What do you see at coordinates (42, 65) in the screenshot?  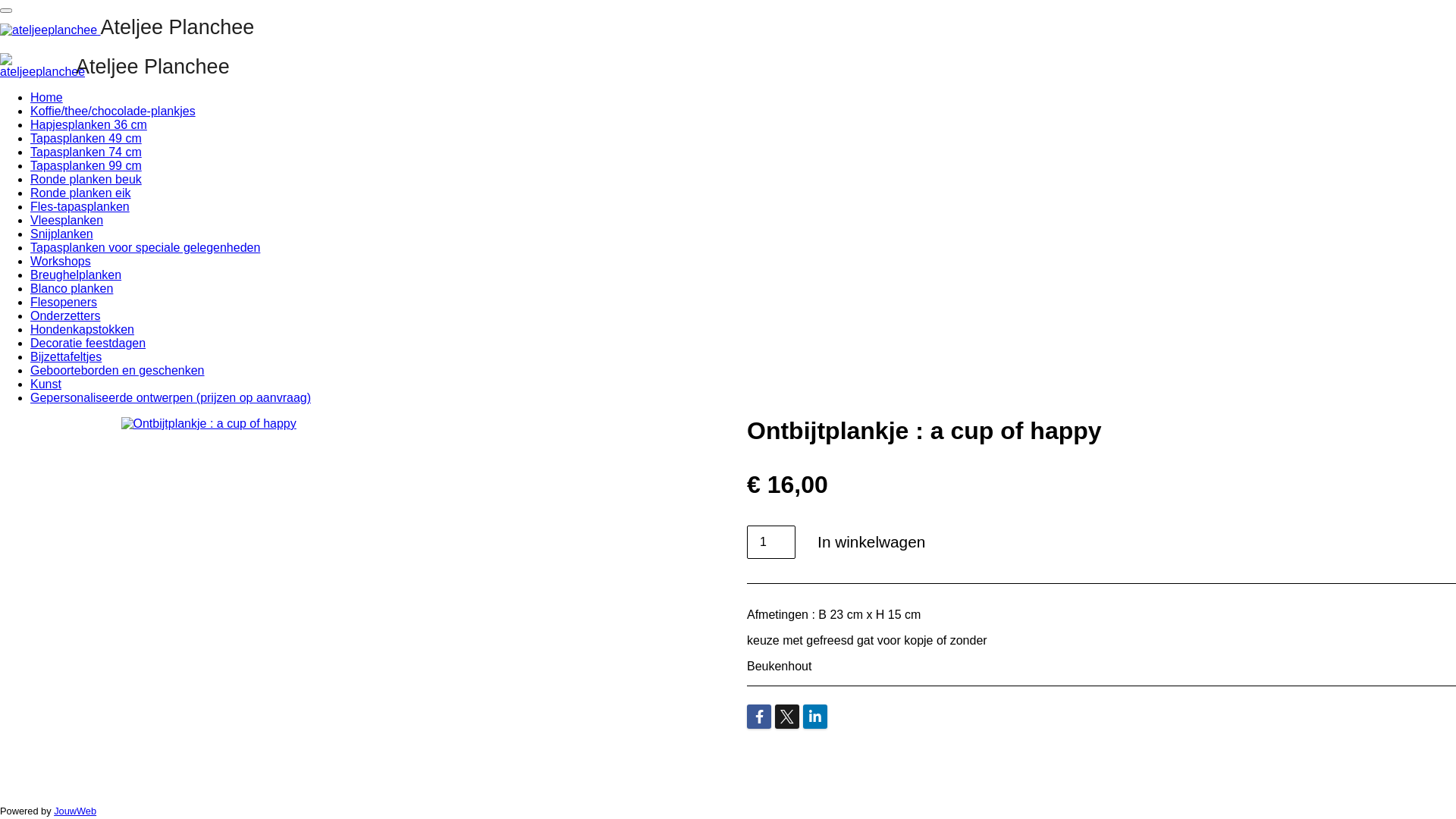 I see `'ateljeeplanchee'` at bounding box center [42, 65].